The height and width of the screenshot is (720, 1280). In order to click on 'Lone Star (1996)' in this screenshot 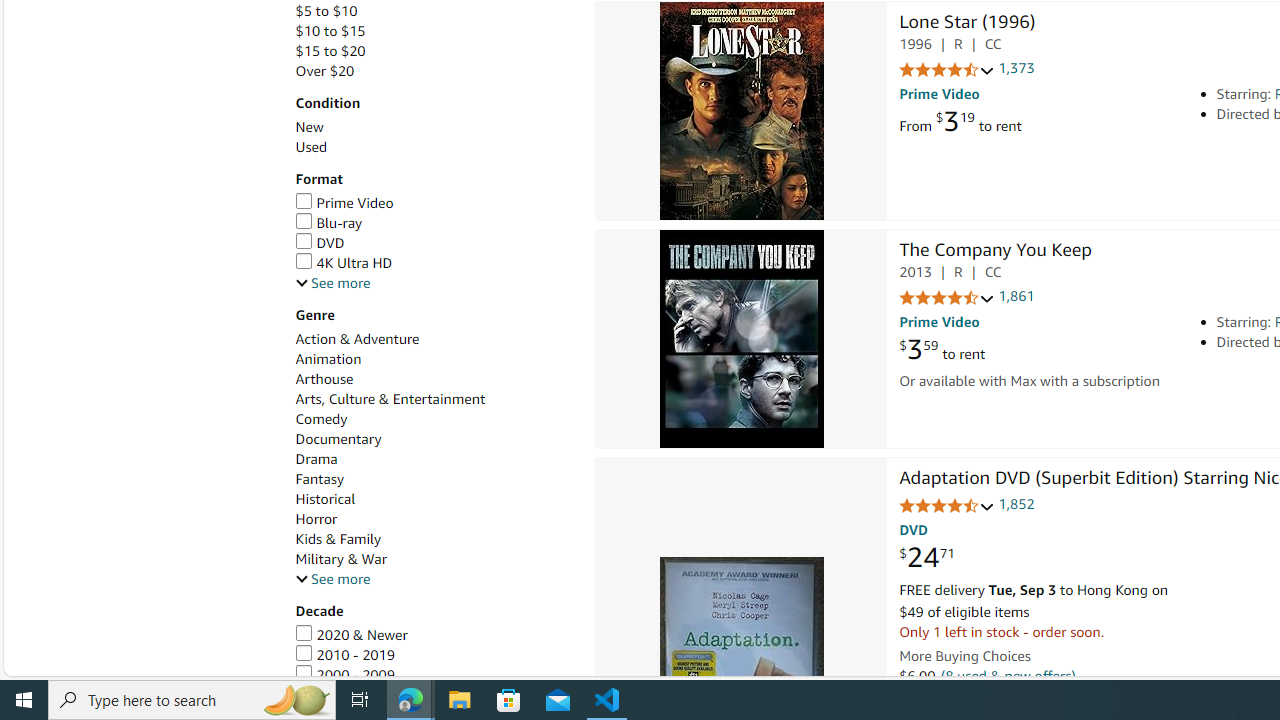, I will do `click(967, 23)`.